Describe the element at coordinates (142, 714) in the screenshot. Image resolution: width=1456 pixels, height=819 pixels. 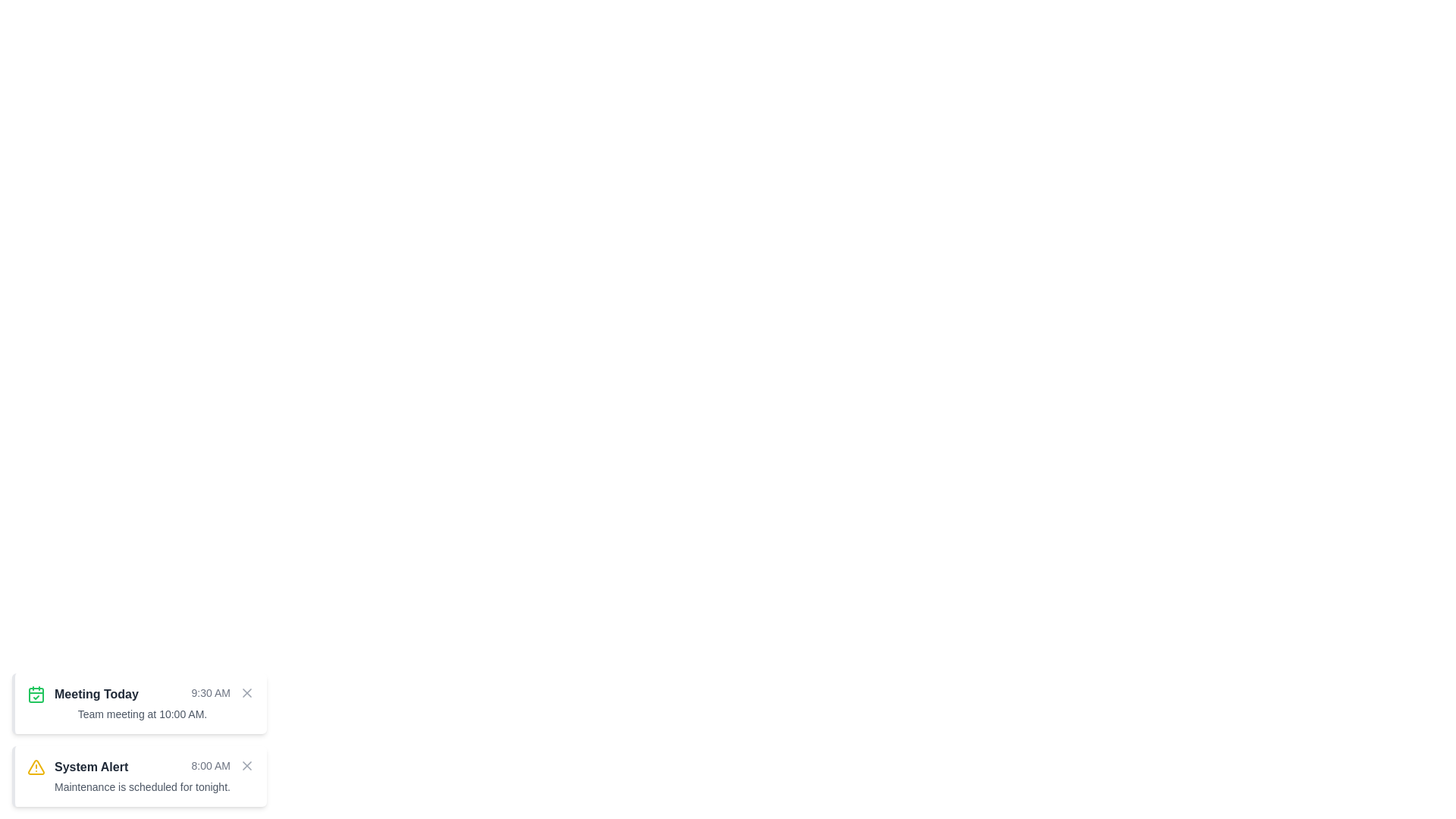
I see `the second visible text label in the 'Meeting Today' group that provides information about the meeting's focus or timing` at that location.